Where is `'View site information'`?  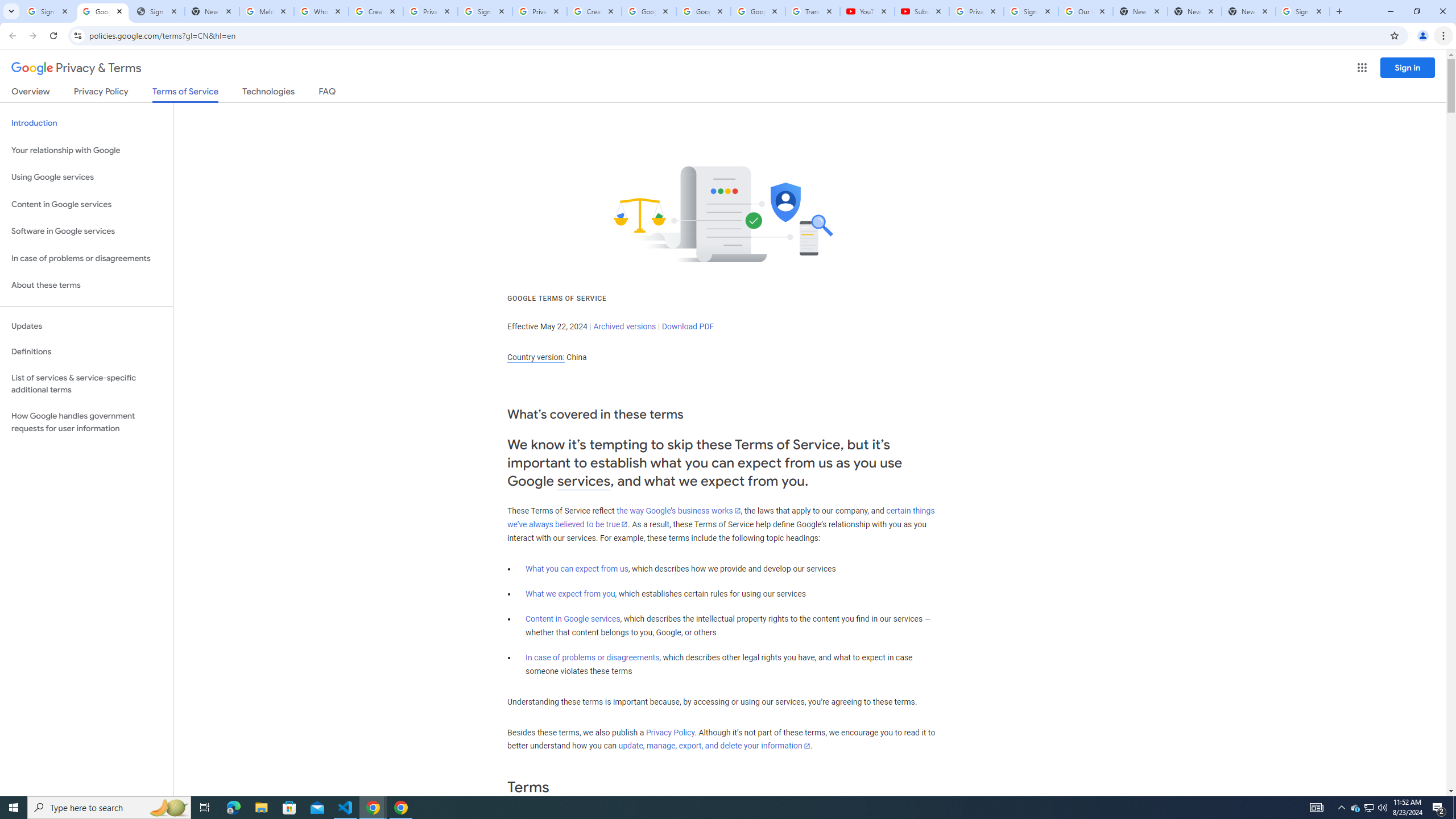 'View site information' is located at coordinates (77, 35).